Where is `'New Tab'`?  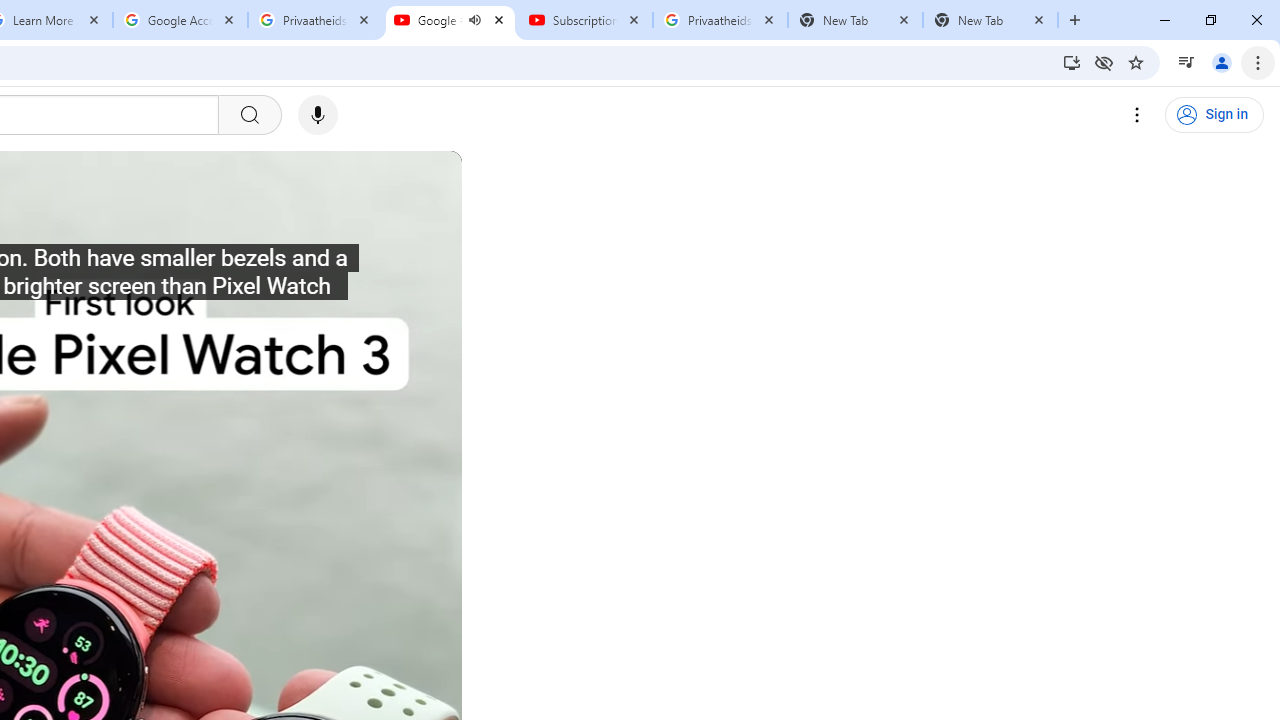
'New Tab' is located at coordinates (990, 20).